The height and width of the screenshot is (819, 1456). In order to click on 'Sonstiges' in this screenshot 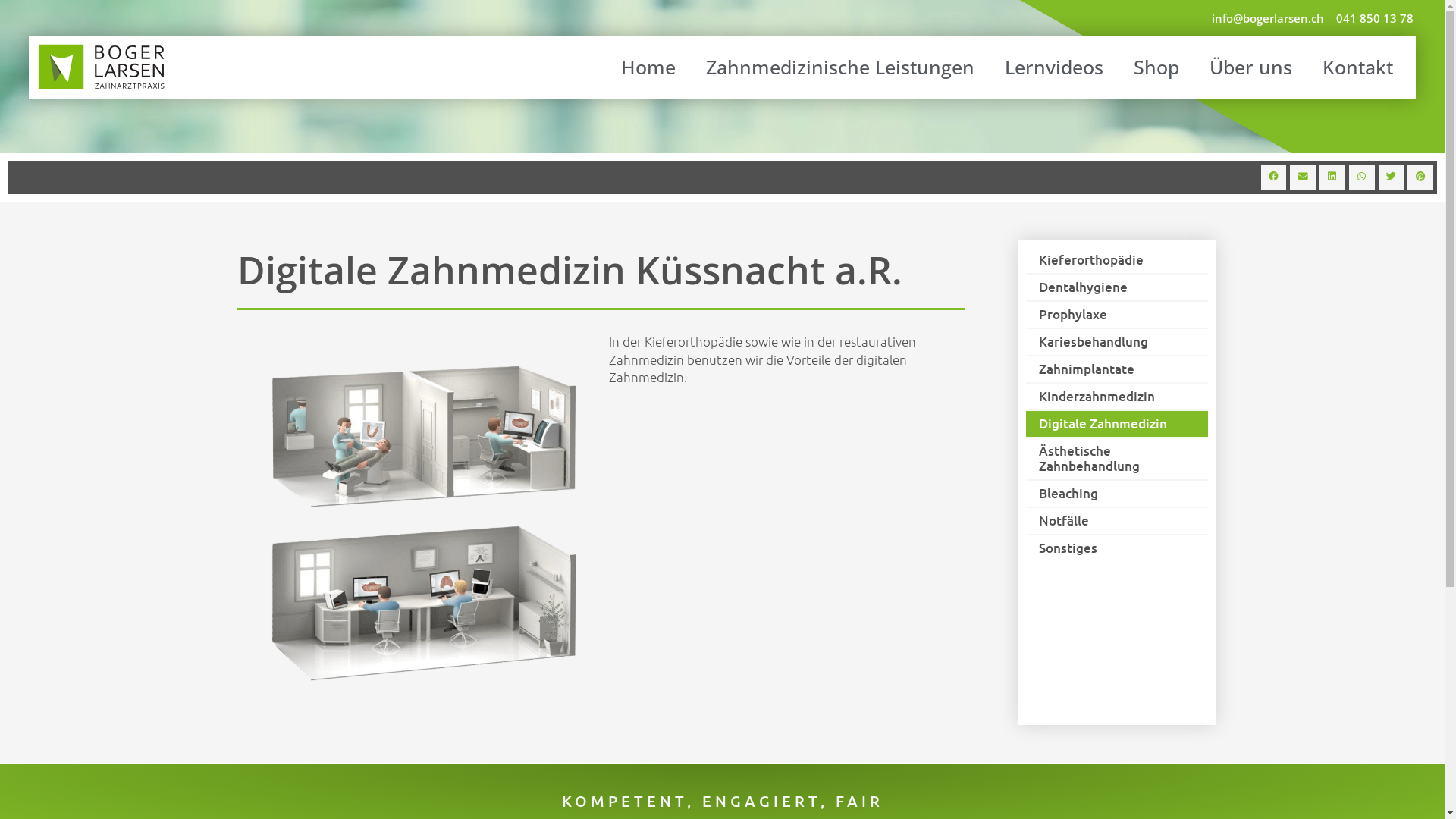, I will do `click(1116, 548)`.